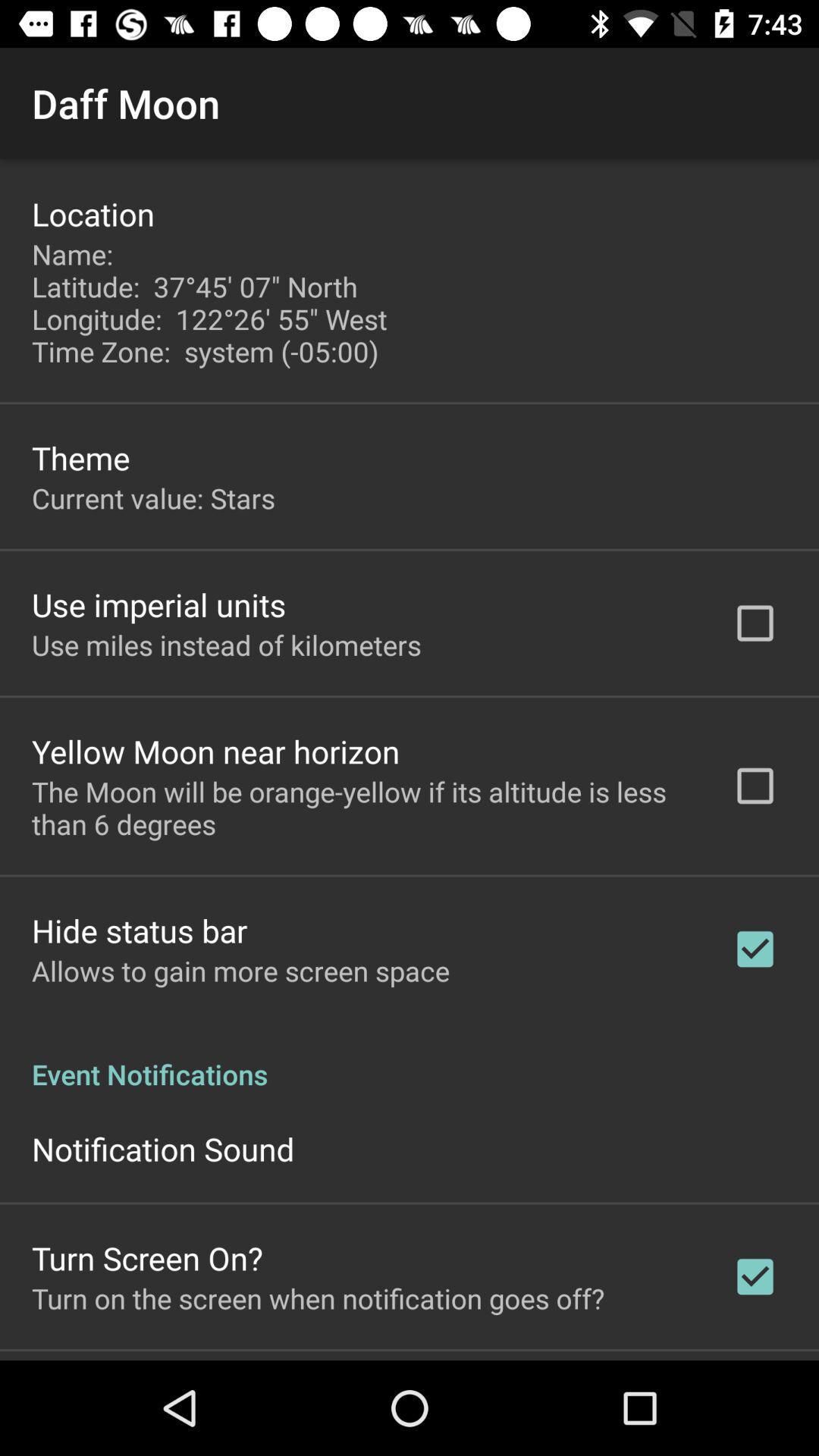  I want to click on the event notifications, so click(409, 1057).